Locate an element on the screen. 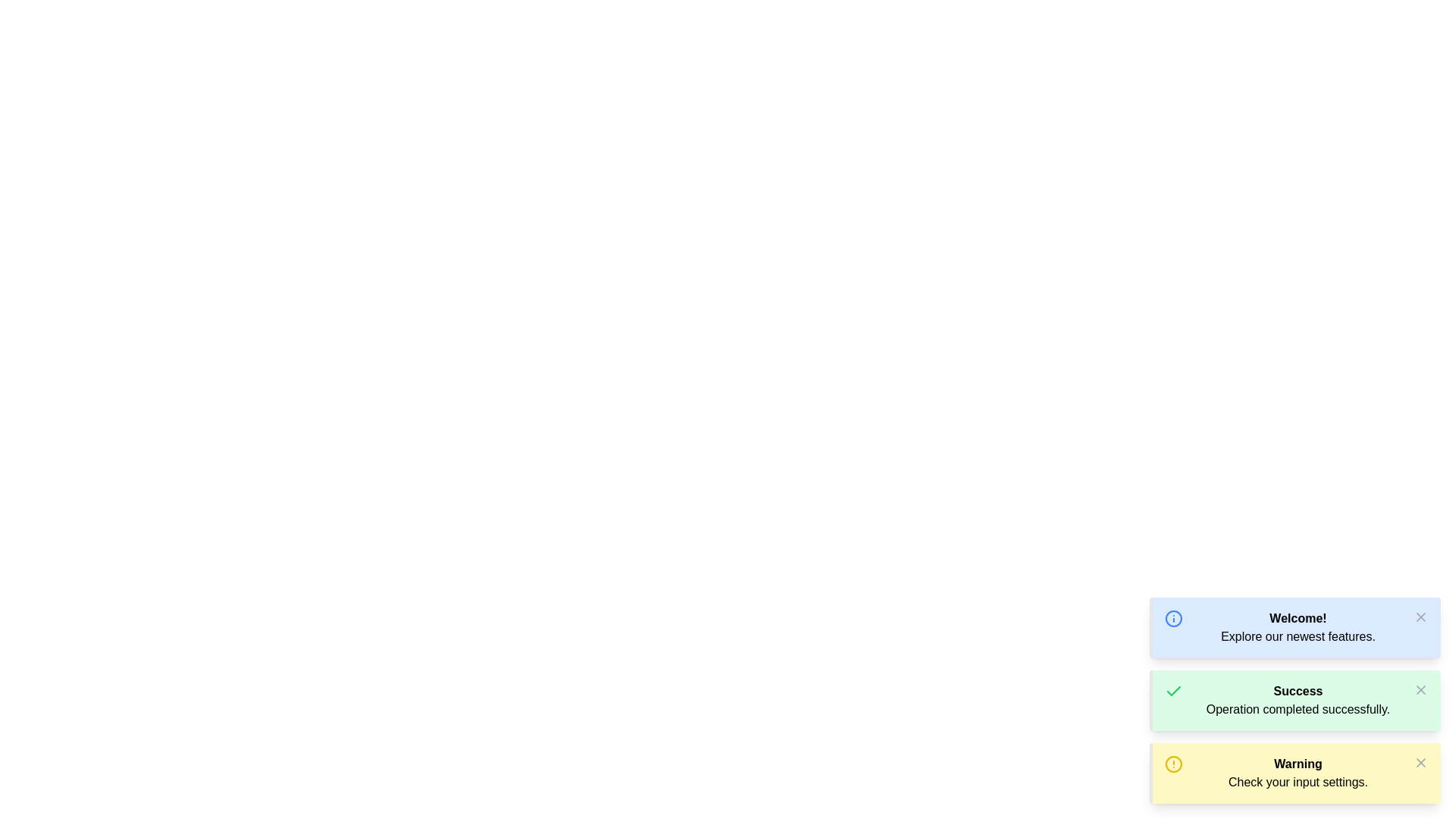 This screenshot has width=1456, height=819. text label that says 'Success', which is styled in bold black font on a light green background, located in the middle of the notifications list is located at coordinates (1298, 691).